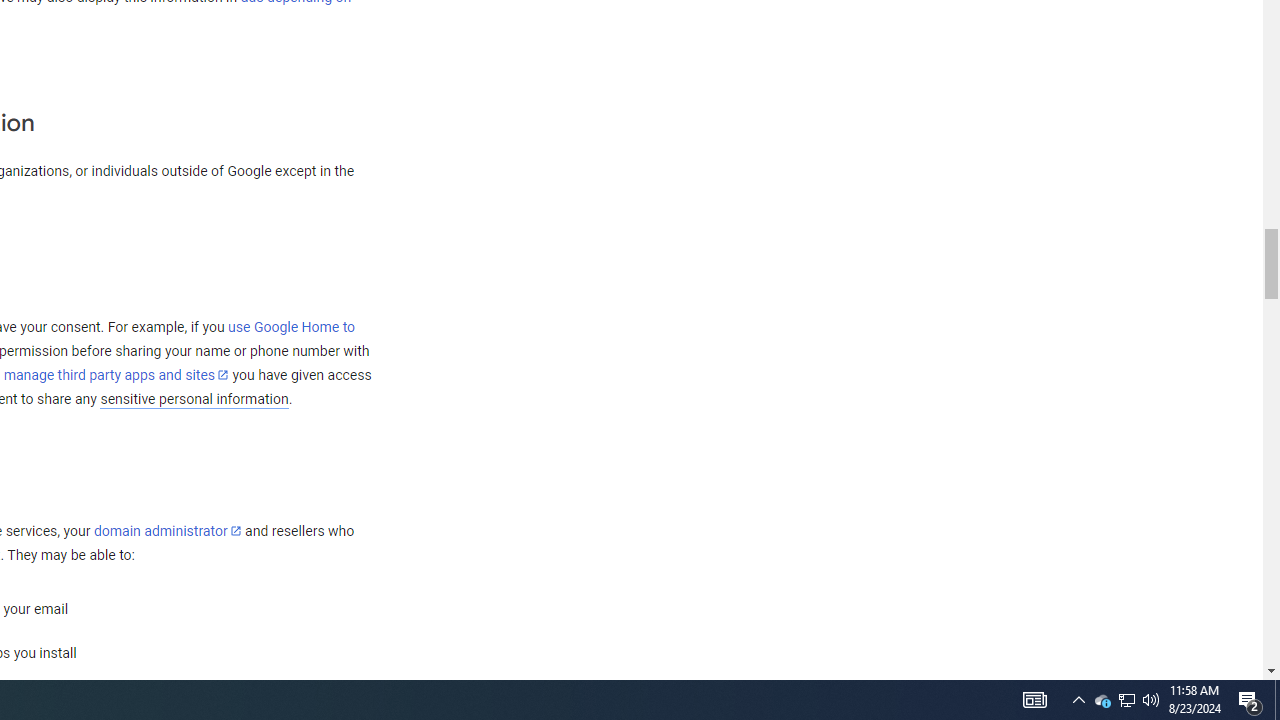 This screenshot has width=1280, height=720. What do you see at coordinates (194, 399) in the screenshot?
I see `'sensitive personal information'` at bounding box center [194, 399].